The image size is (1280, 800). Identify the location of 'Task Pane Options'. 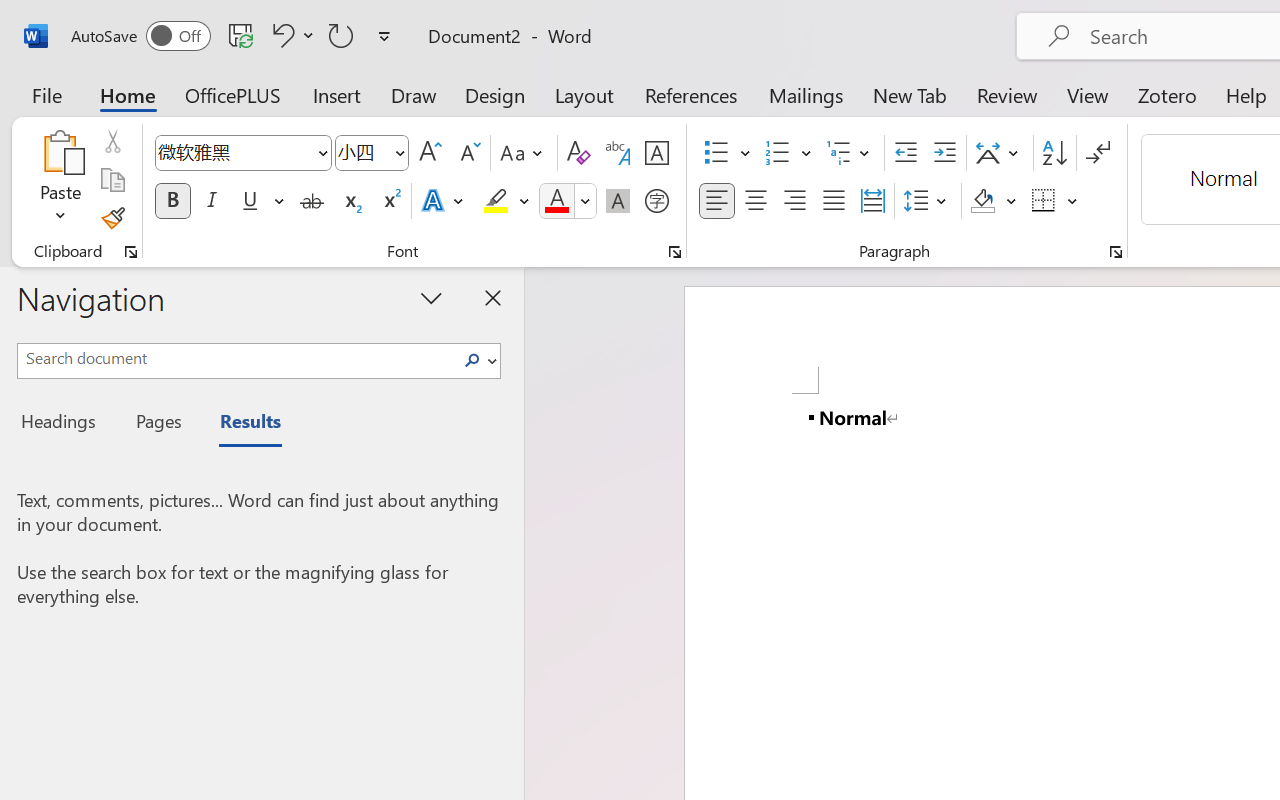
(431, 297).